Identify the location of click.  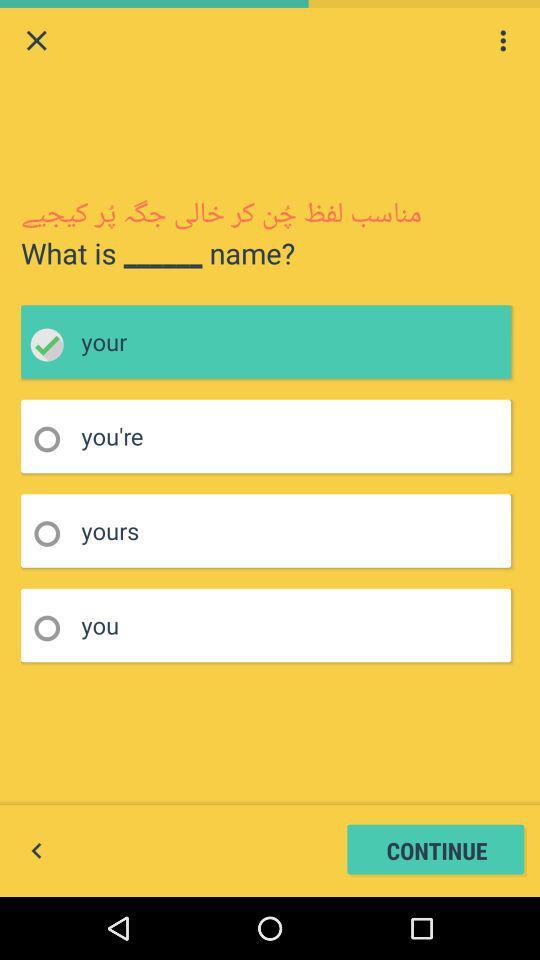
(53, 345).